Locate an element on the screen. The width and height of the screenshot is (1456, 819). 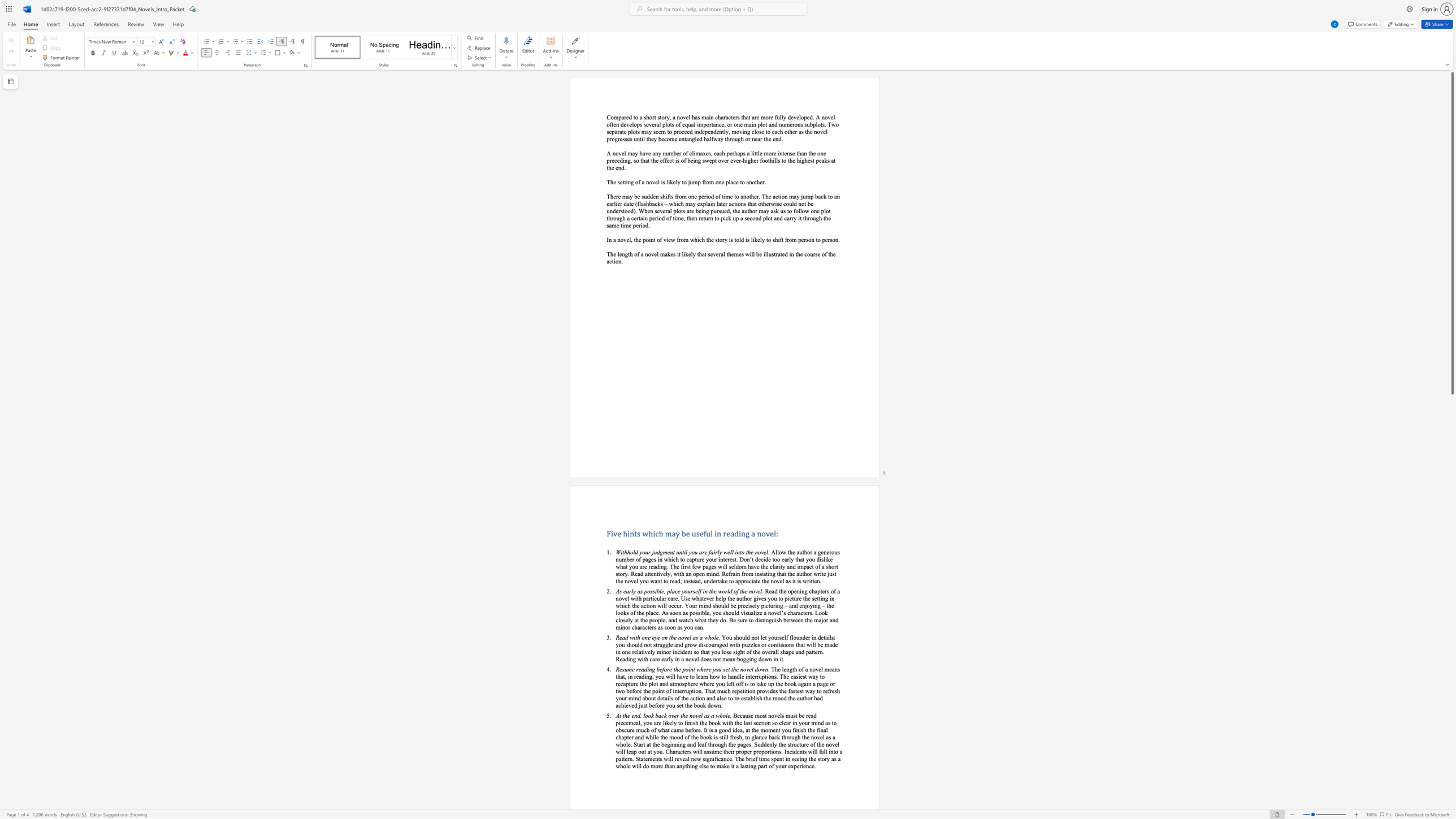
the subset text "at, in reading, you will have to learn how to handle interruptions. The easiest way to recapture the plot and atmosphere where you left off is to take up the book again a page or two before the point of interruption. That" within the text ". The length of a novel means that, in reading, you will have to learn how to handle interruptions. The easiest way to recapture the plot and atmosphere where you left off is to take up the book again a page or two before the point of interruption. That much repetition provides the fastest way to refresh your mind about details of the action and also to re-establish the mood the author had achieved just before you set the book down." is located at coordinates (620, 675).